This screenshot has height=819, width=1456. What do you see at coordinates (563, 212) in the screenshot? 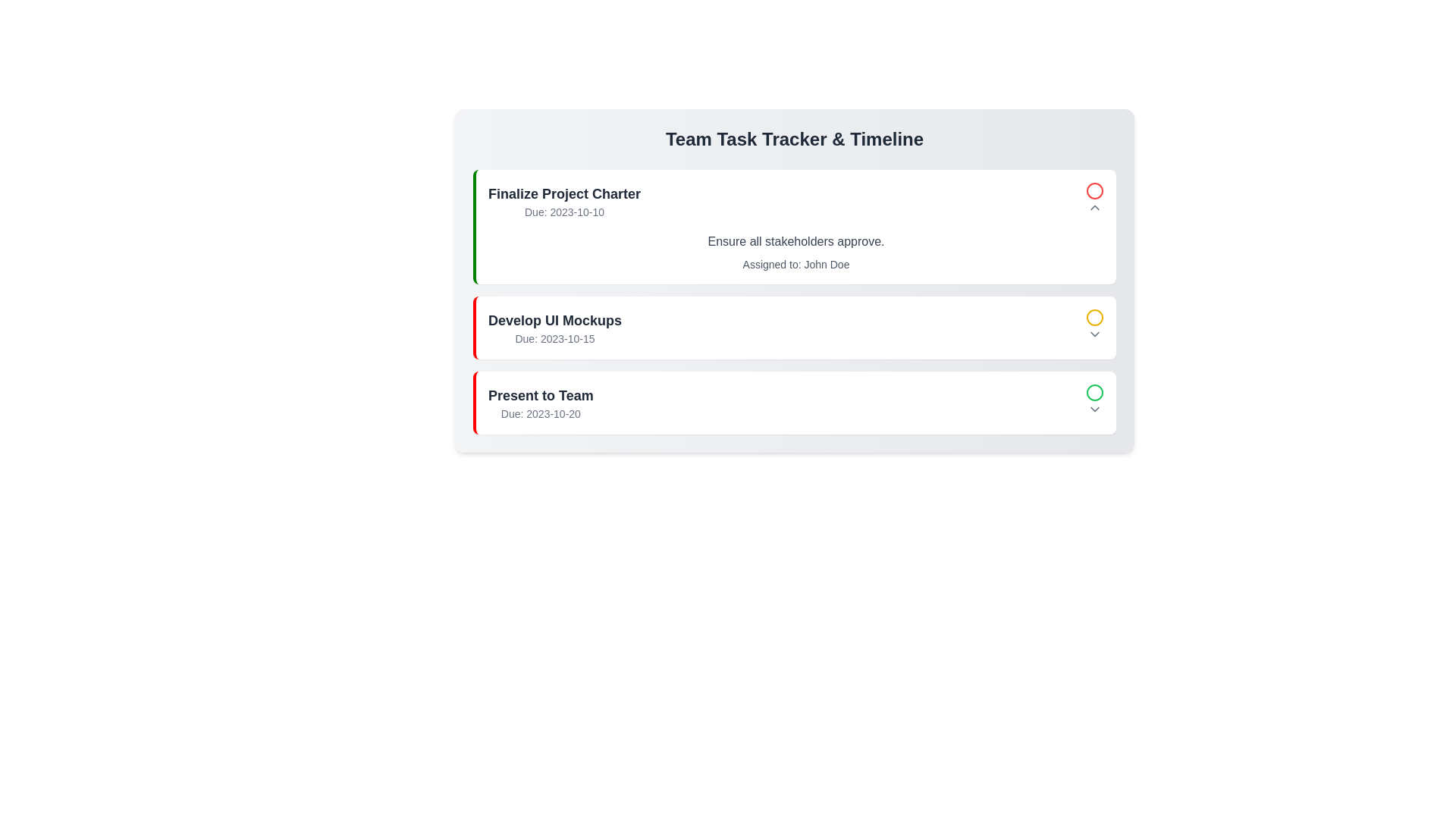
I see `the text label displaying the due date for the task labeled 'Finalize Project Charter'` at bounding box center [563, 212].